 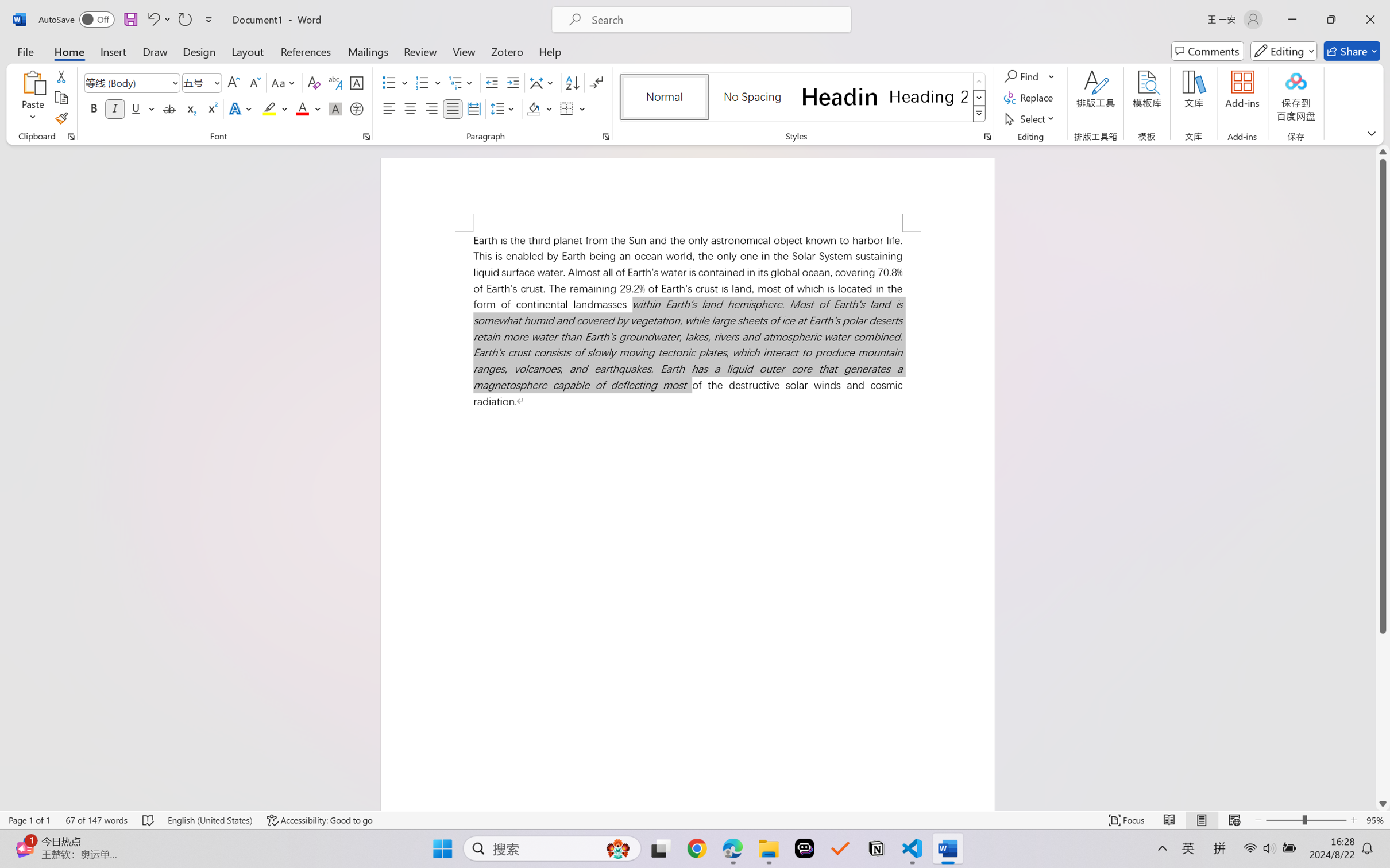 I want to click on 'Justify', so click(x=452, y=108).